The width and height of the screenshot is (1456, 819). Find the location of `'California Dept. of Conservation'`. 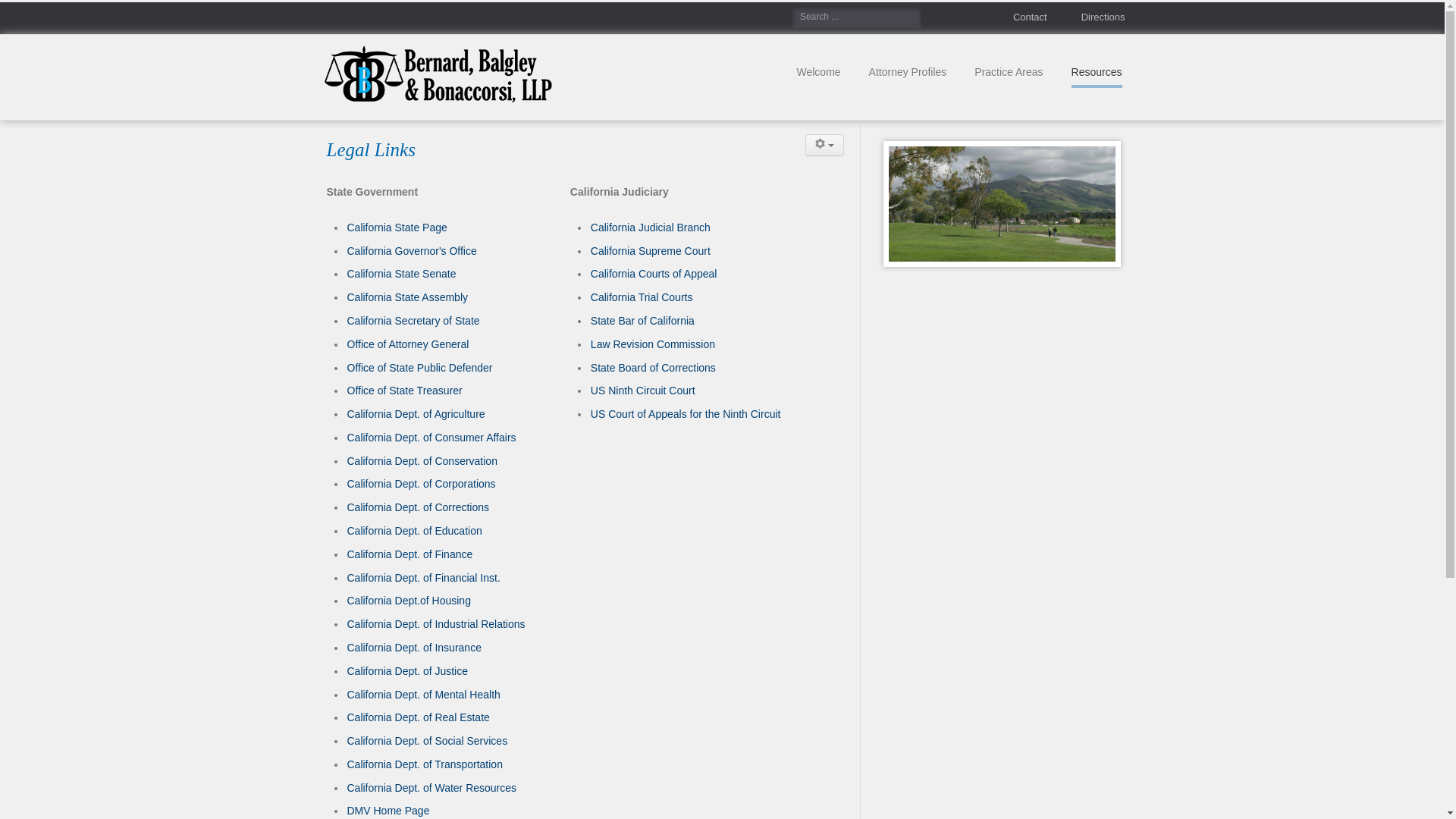

'California Dept. of Conservation' is located at coordinates (422, 460).